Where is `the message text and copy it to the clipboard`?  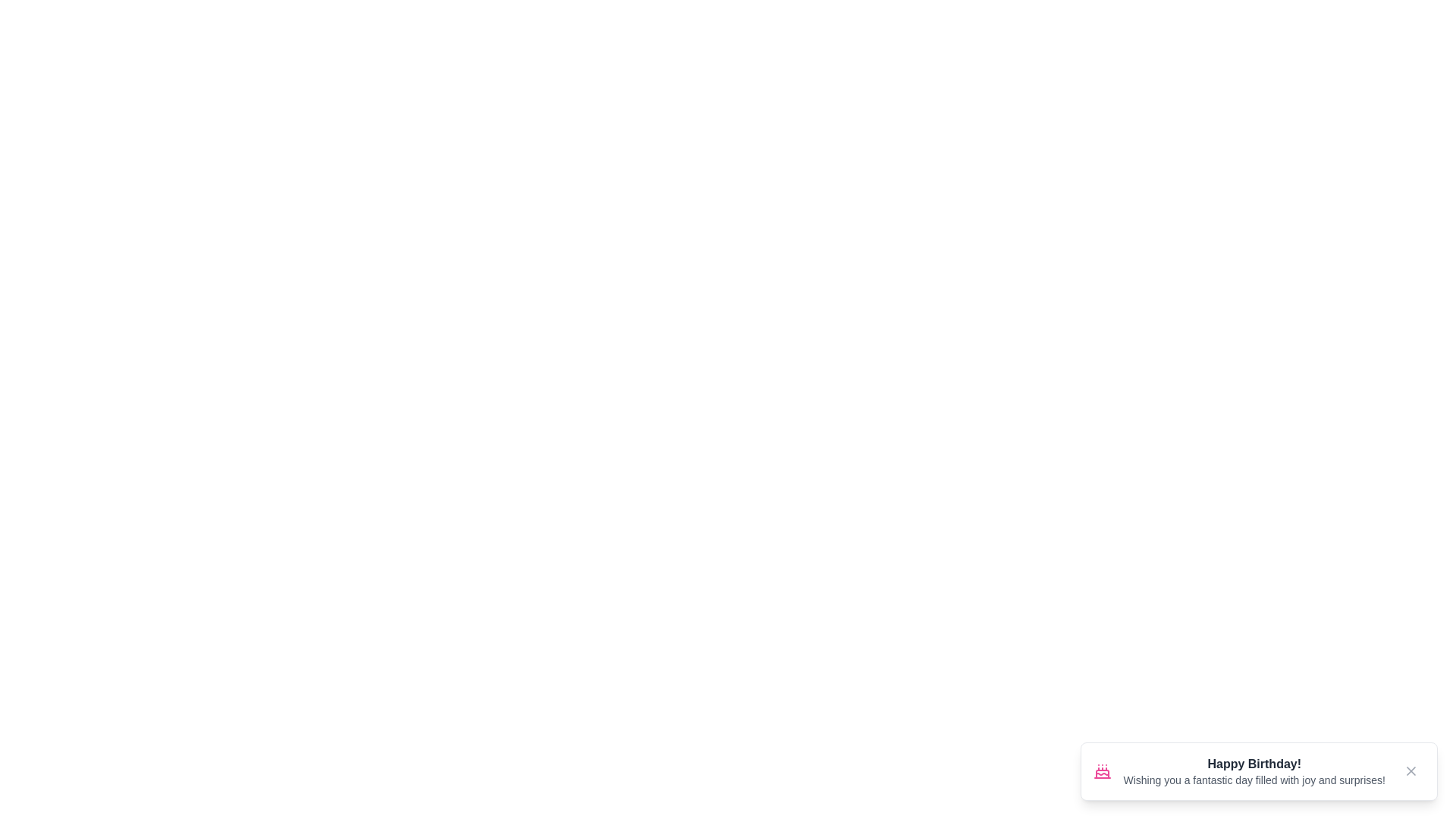
the message text and copy it to the clipboard is located at coordinates (1123, 773).